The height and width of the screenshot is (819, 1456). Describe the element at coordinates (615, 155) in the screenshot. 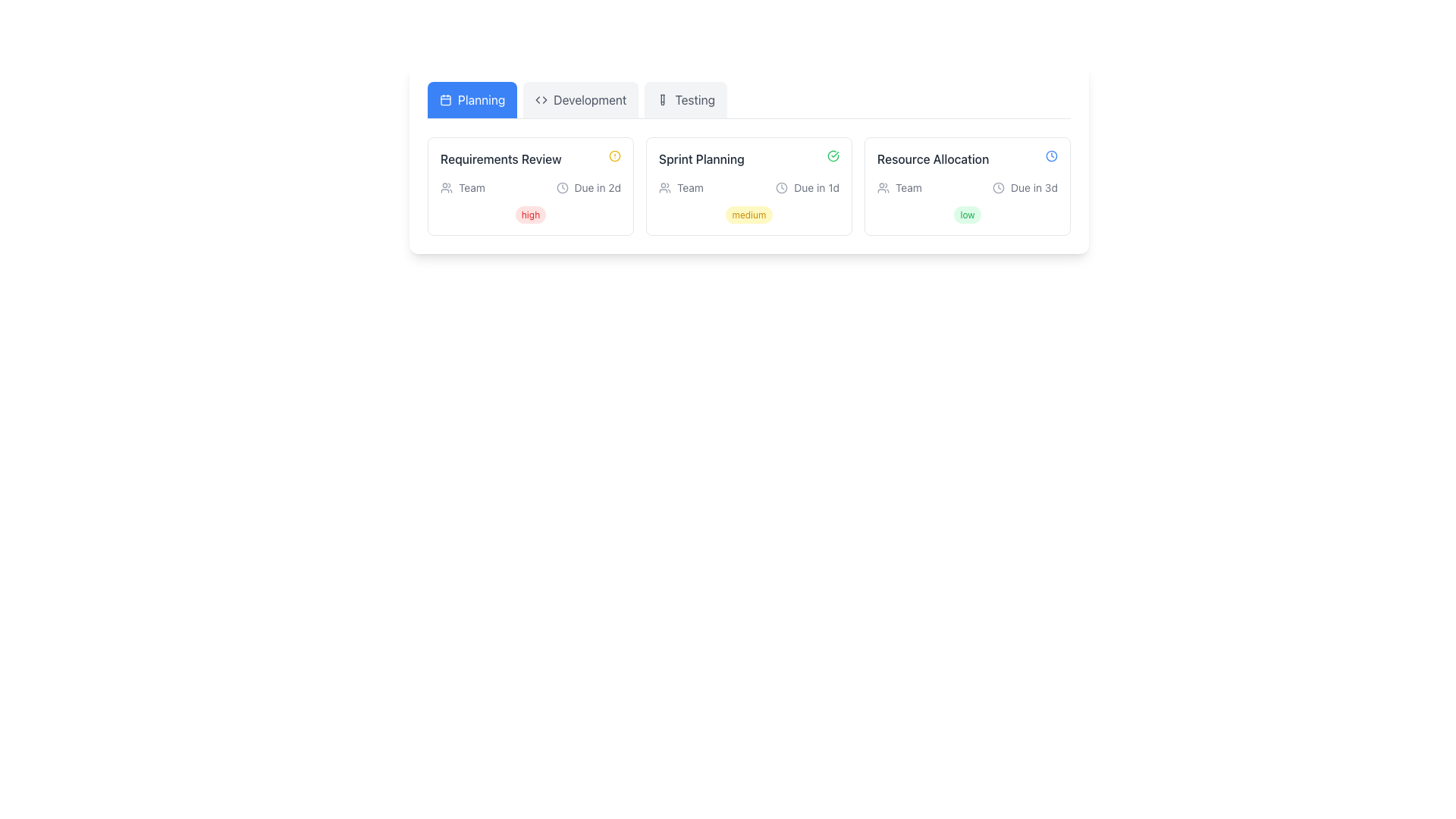

I see `the graphical indicator (circle) within the alert icon that indicates an issue related to the 'Requirements Review' task, located in the upper left region of the 'Planning' section` at that location.